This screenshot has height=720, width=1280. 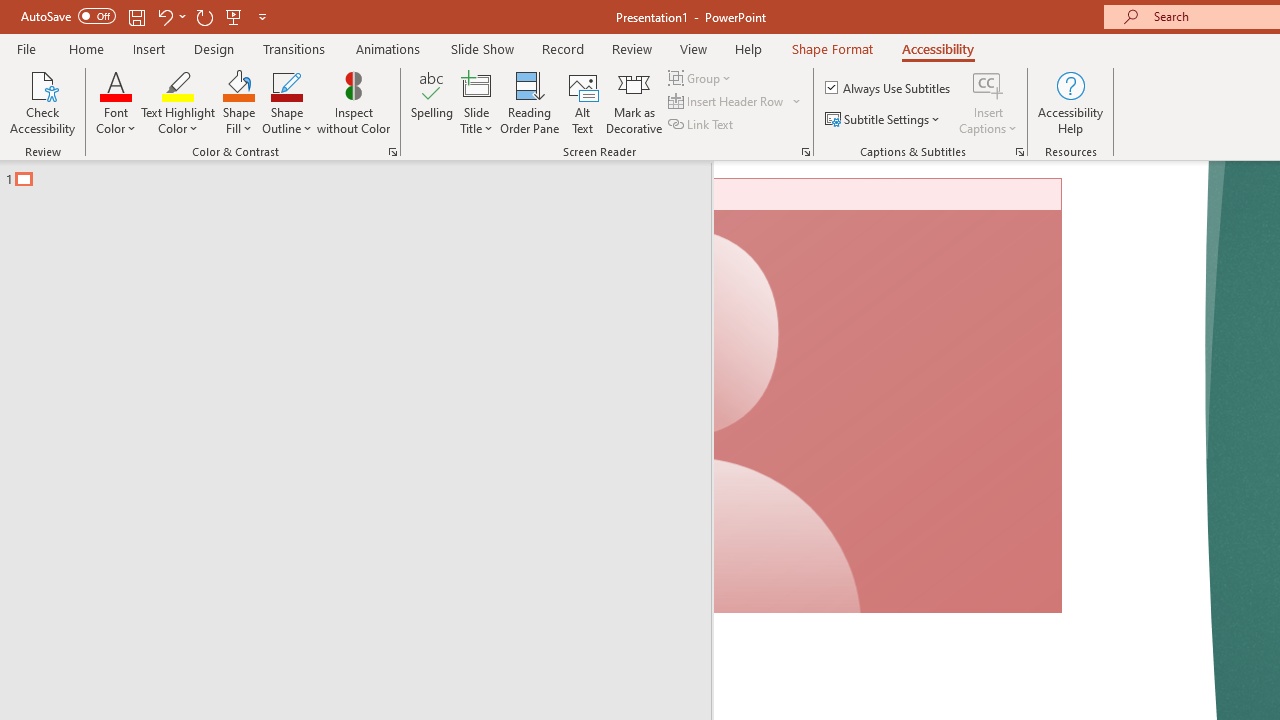 I want to click on 'Always Use Subtitles', so click(x=888, y=86).